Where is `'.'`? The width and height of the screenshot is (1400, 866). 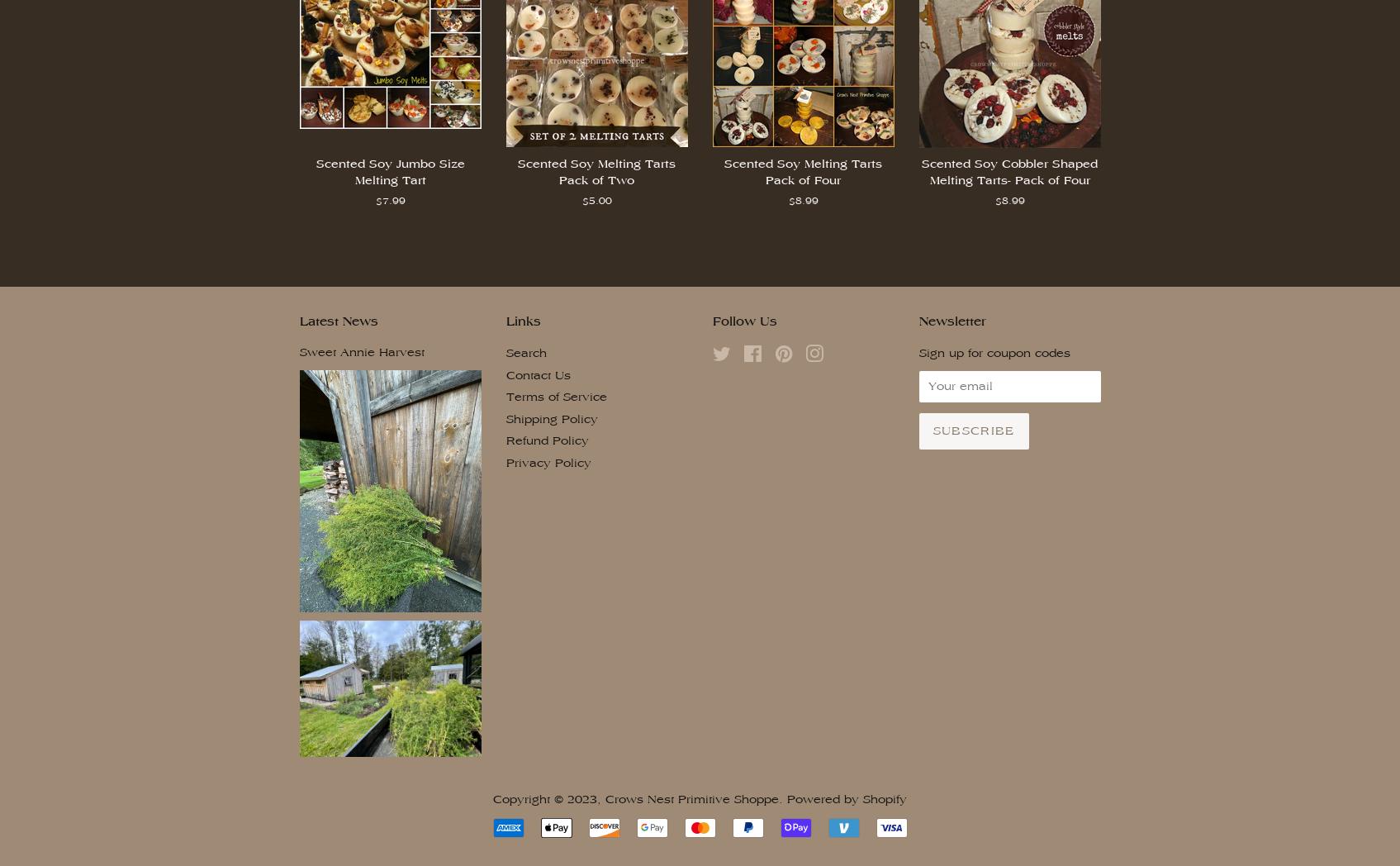 '.' is located at coordinates (783, 798).